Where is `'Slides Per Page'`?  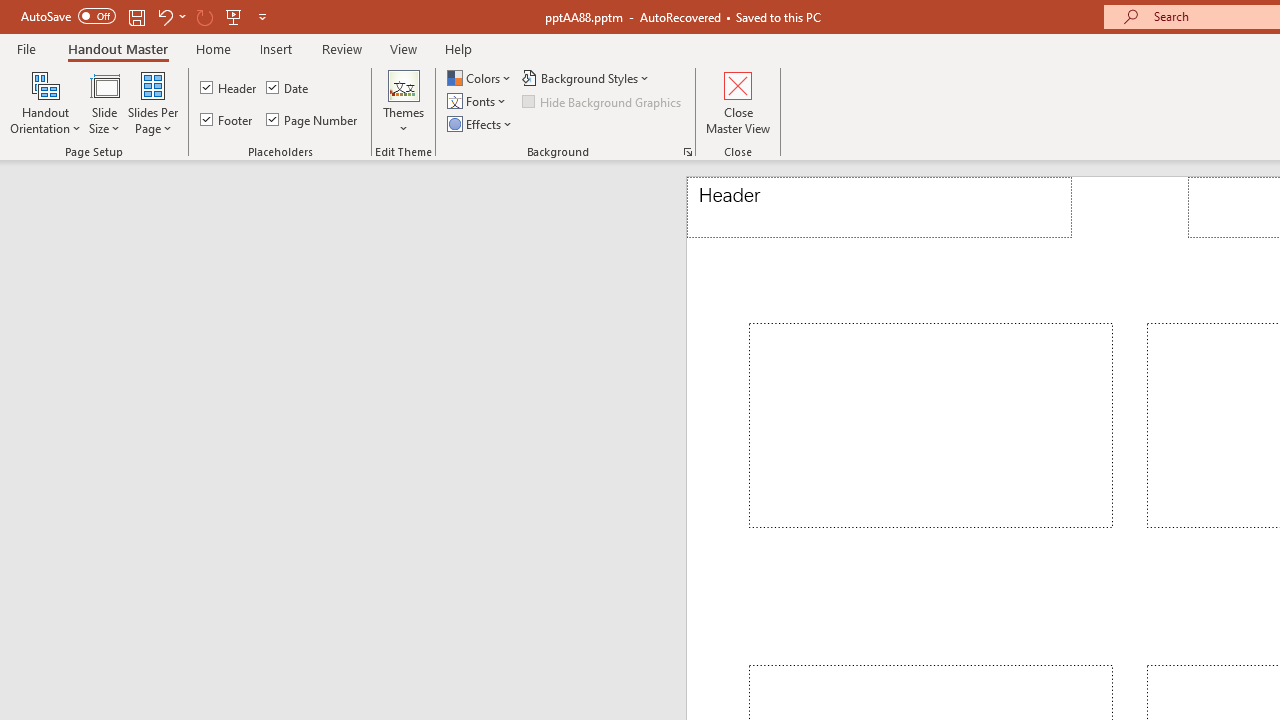
'Slides Per Page' is located at coordinates (151, 103).